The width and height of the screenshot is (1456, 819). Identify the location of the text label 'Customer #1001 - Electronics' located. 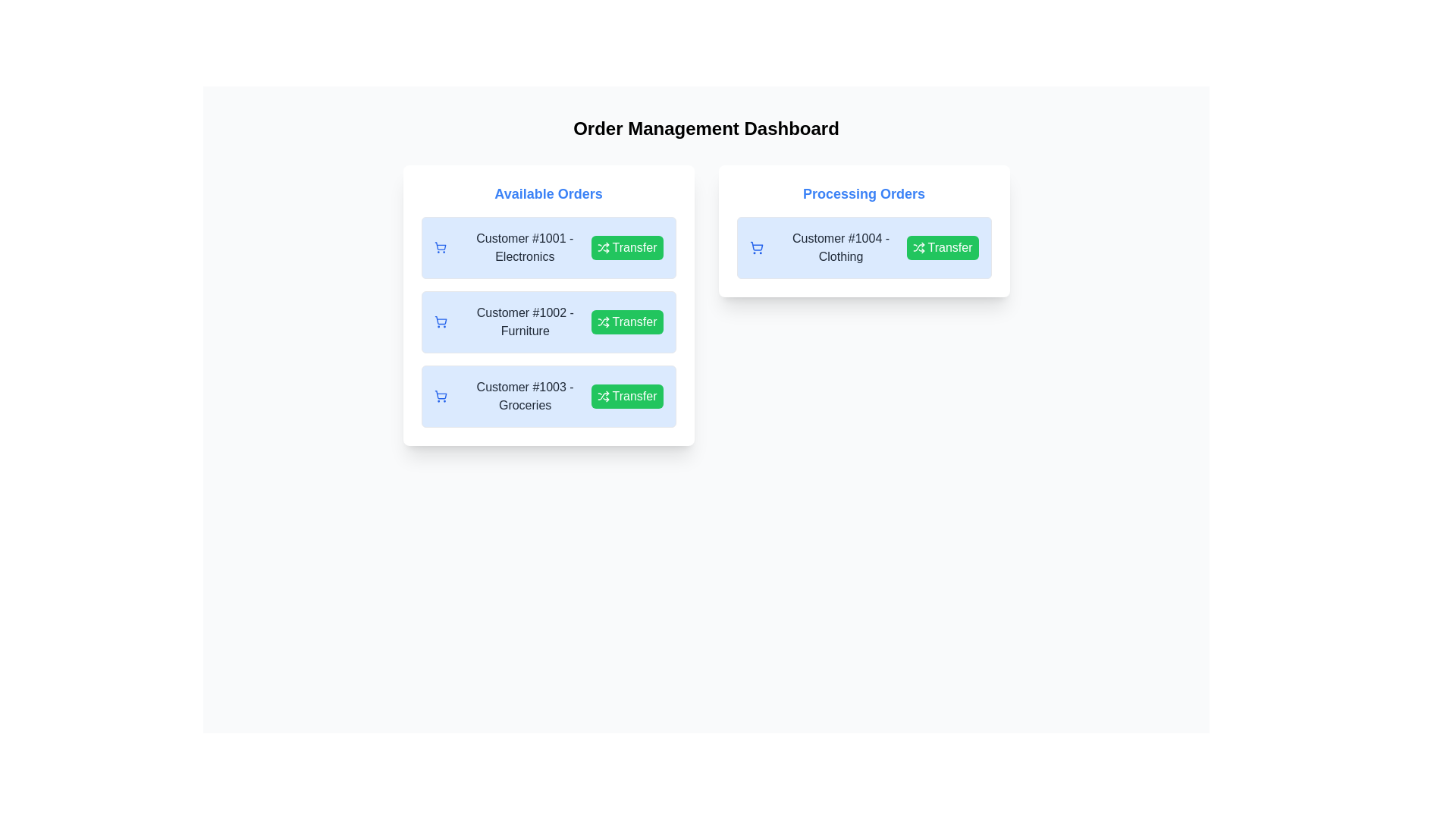
(513, 247).